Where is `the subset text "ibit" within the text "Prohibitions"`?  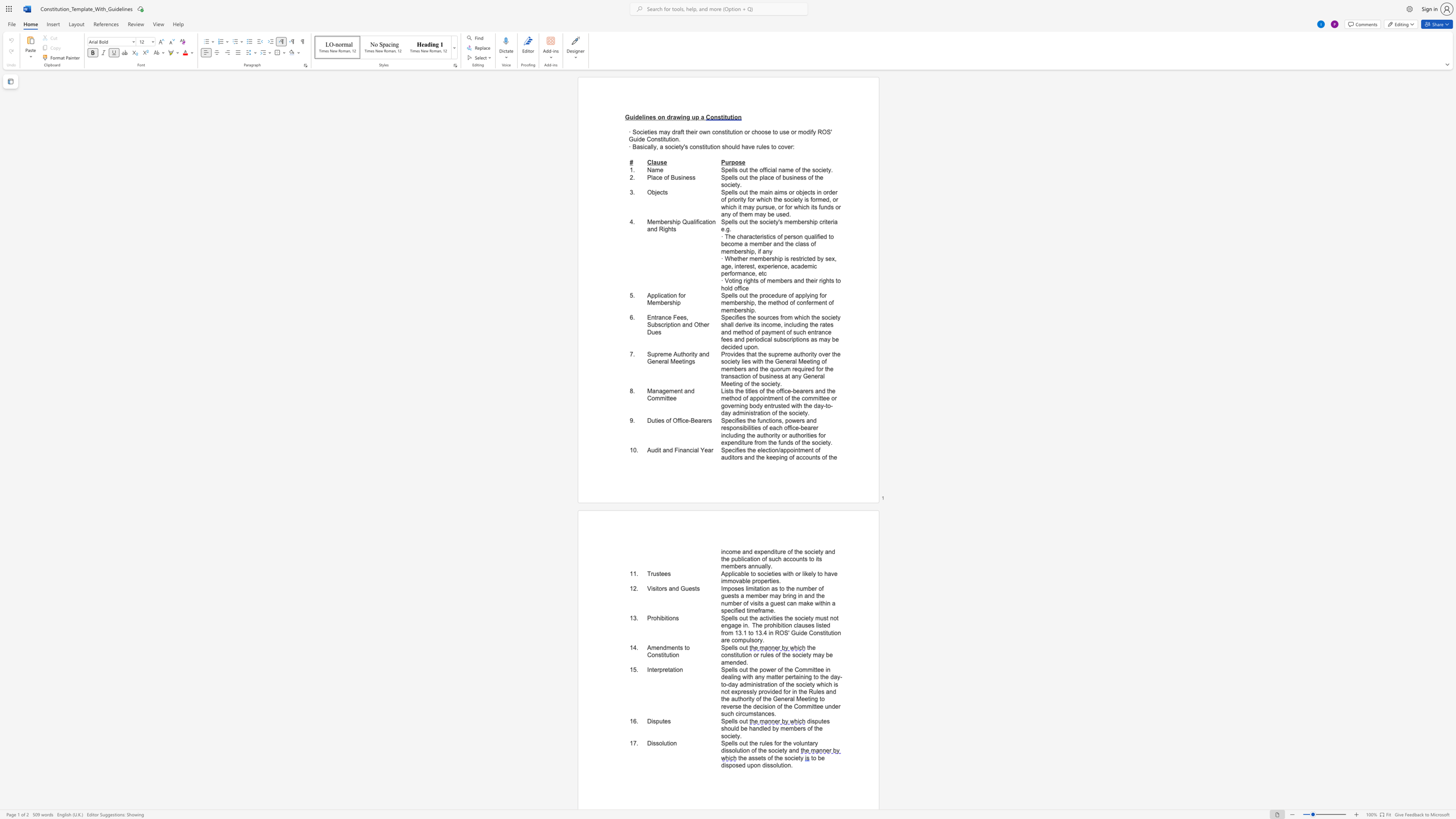
the subset text "ibit" within the text "Prohibitions" is located at coordinates (660, 617).